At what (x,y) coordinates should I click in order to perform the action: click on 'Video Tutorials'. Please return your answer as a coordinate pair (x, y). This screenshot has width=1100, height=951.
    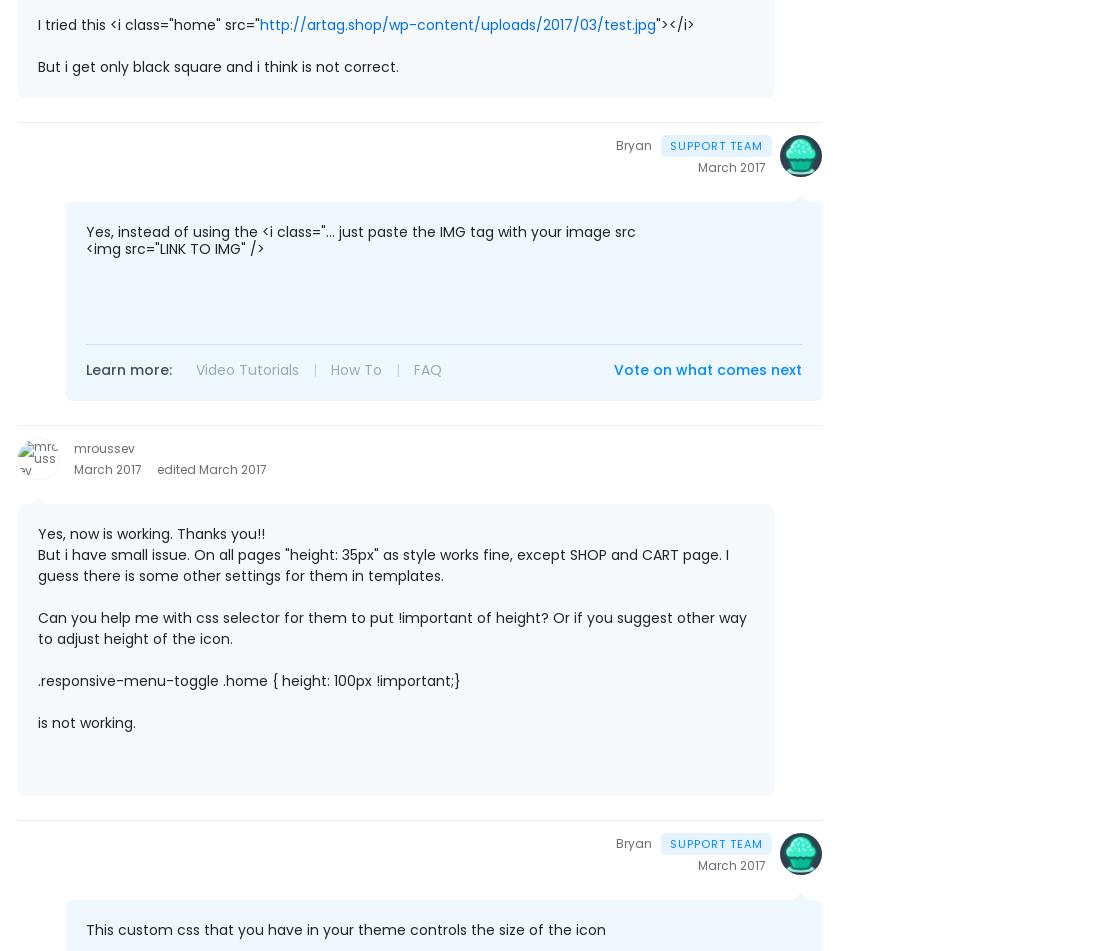
    Looking at the image, I should click on (195, 370).